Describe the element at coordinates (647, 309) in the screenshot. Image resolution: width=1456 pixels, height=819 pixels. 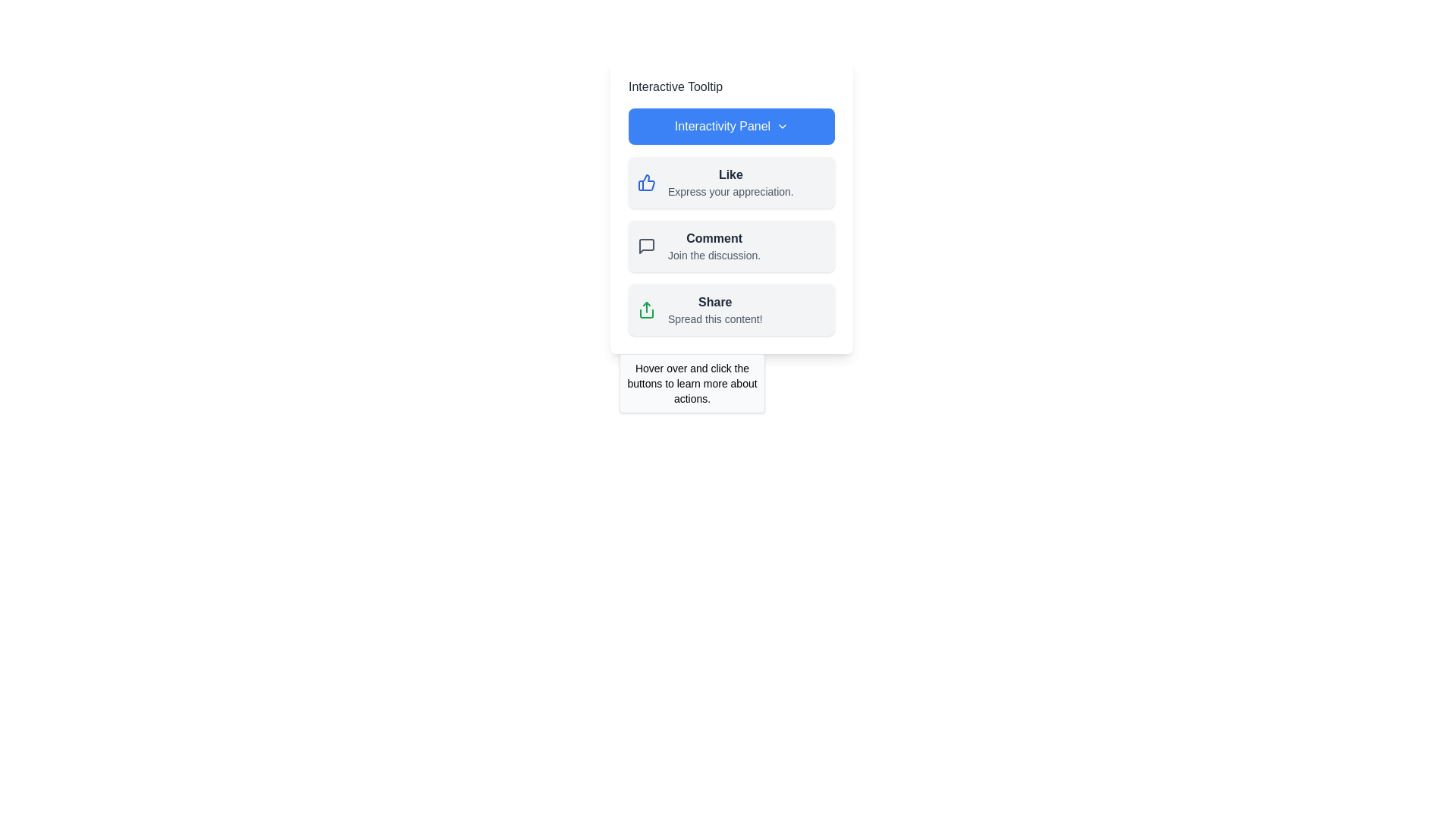
I see `the share icon located` at that location.